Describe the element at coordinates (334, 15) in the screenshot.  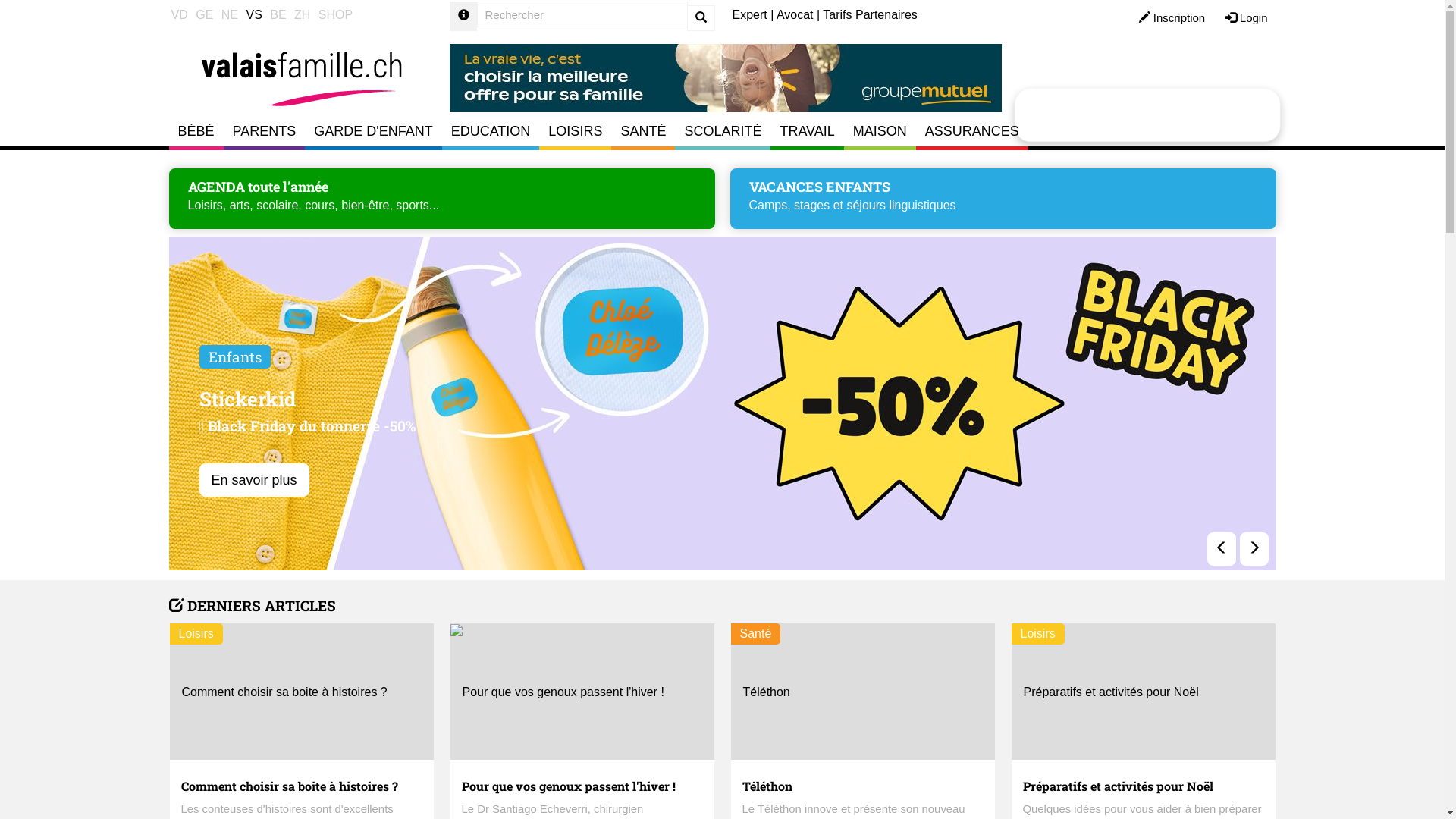
I see `'SHOP'` at that location.